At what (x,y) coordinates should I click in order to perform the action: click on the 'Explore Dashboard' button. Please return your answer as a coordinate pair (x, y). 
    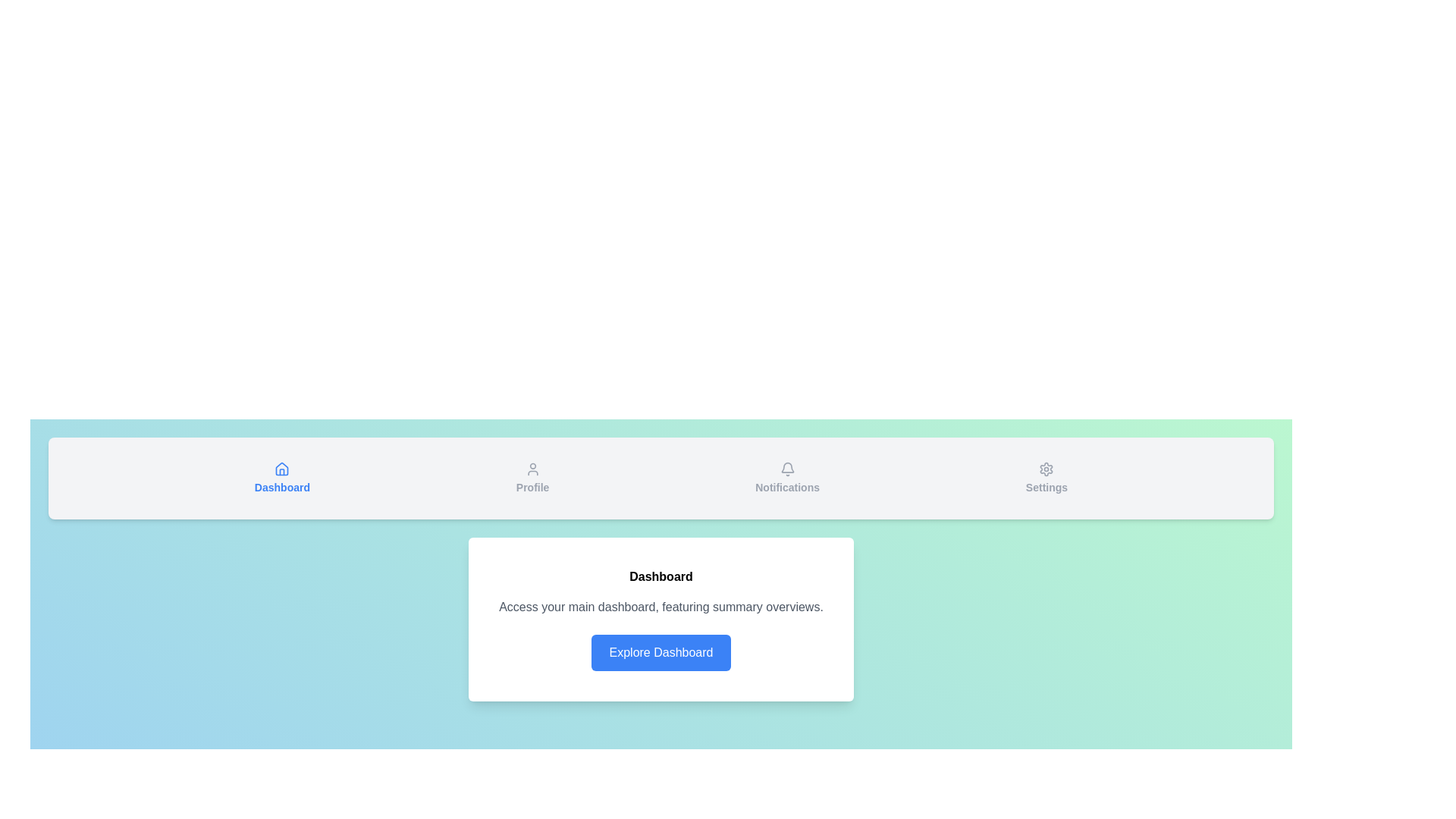
    Looking at the image, I should click on (661, 651).